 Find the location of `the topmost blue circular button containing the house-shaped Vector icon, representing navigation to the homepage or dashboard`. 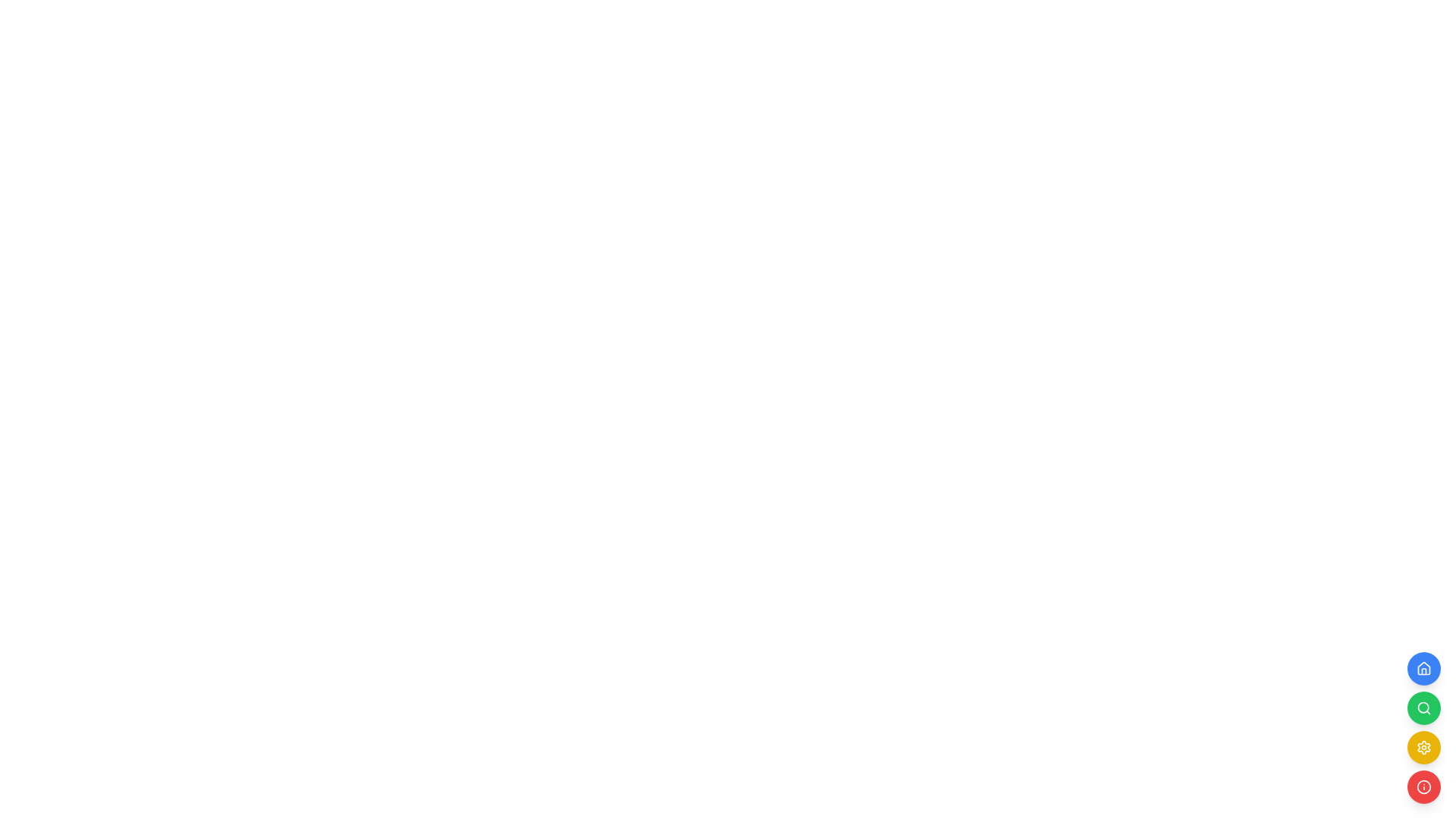

the topmost blue circular button containing the house-shaped Vector icon, representing navigation to the homepage or dashboard is located at coordinates (1423, 667).